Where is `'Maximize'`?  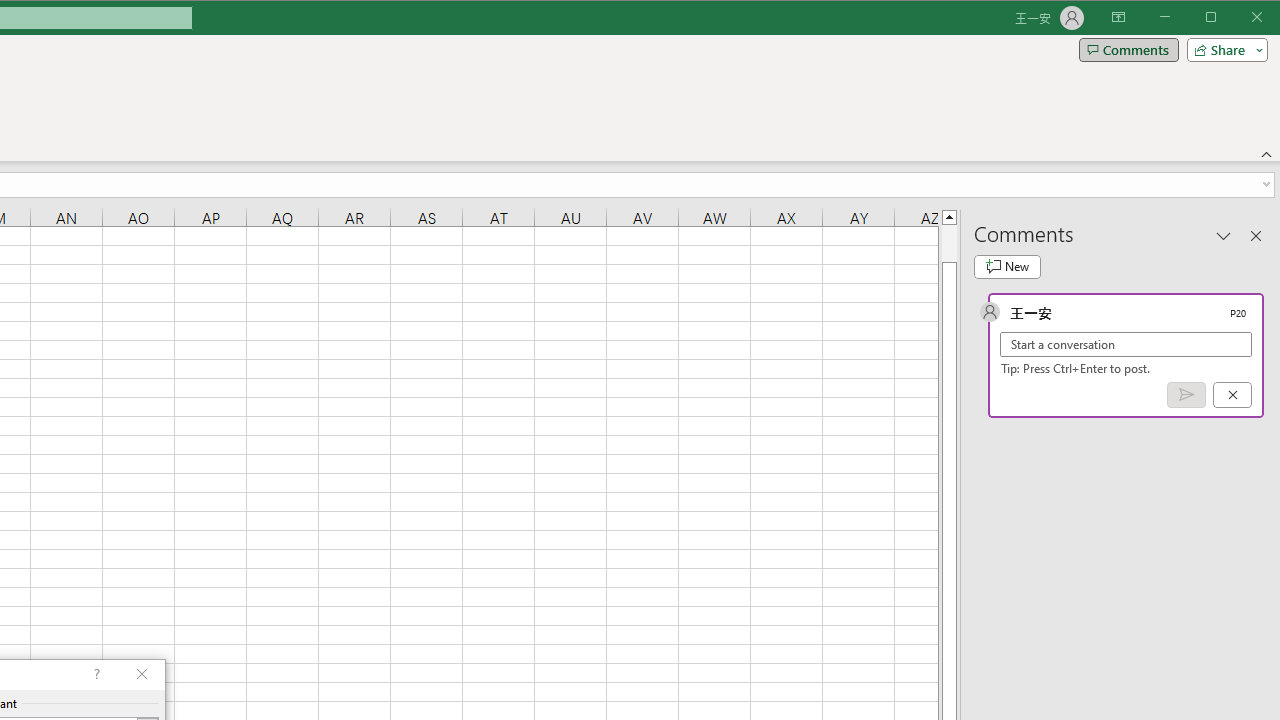 'Maximize' is located at coordinates (1238, 19).